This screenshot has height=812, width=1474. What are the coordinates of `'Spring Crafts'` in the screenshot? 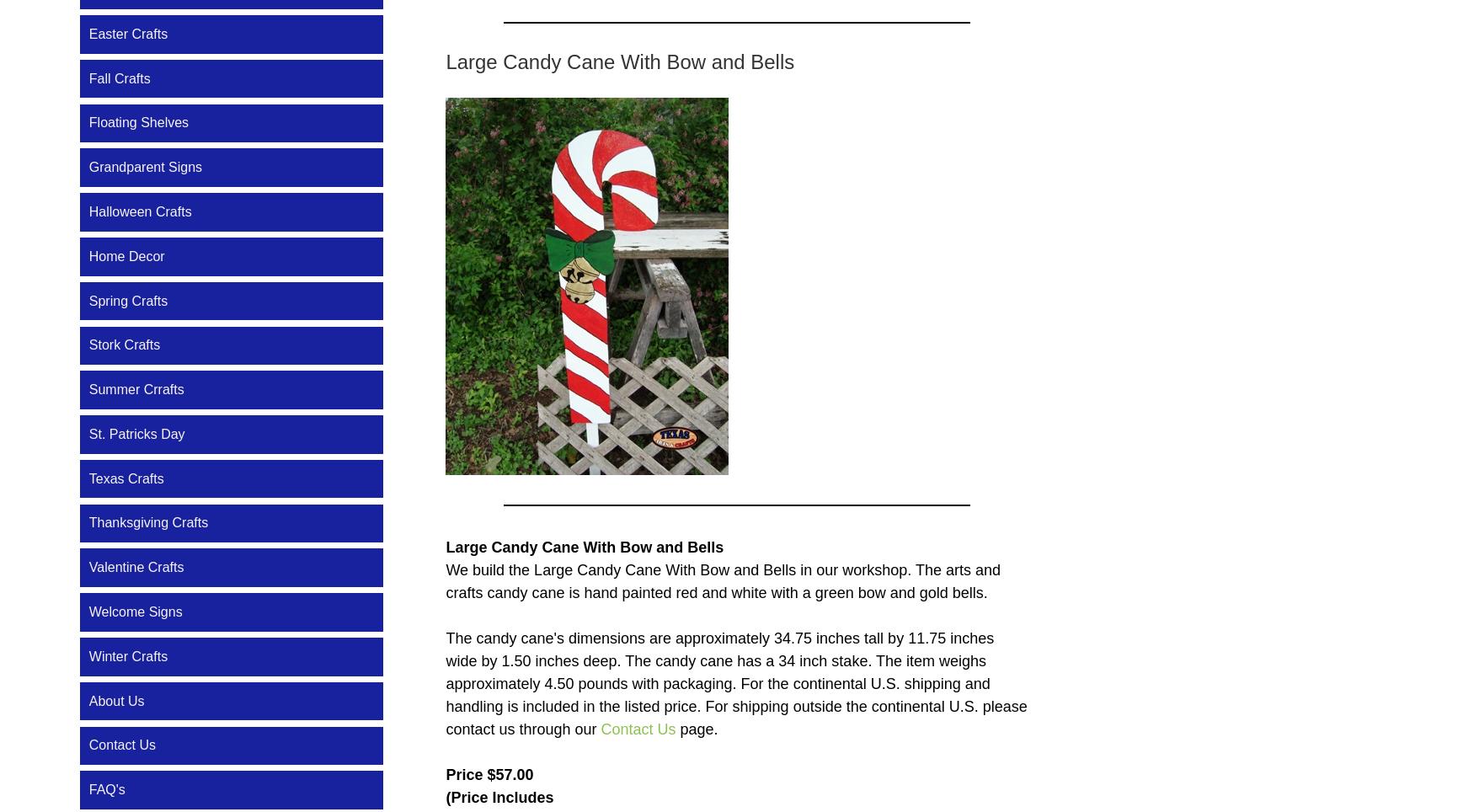 It's located at (127, 299).